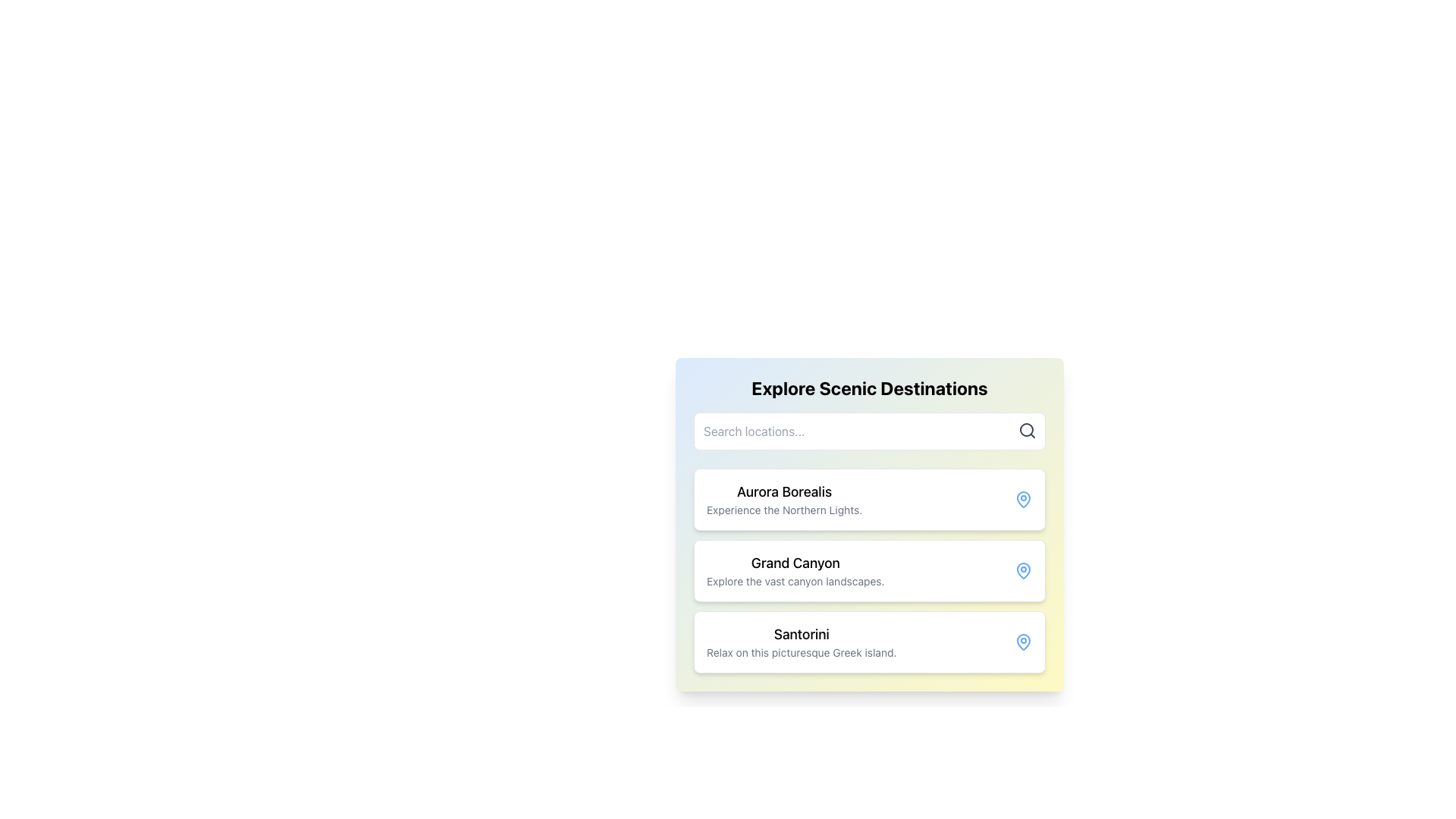 The width and height of the screenshot is (1456, 819). I want to click on text from the label titled 'Aurora Borealis' which includes the subtitle 'Experience the Northern Lights.' located beneath the search bar in the first card of the scenic destinations list, so click(784, 500).